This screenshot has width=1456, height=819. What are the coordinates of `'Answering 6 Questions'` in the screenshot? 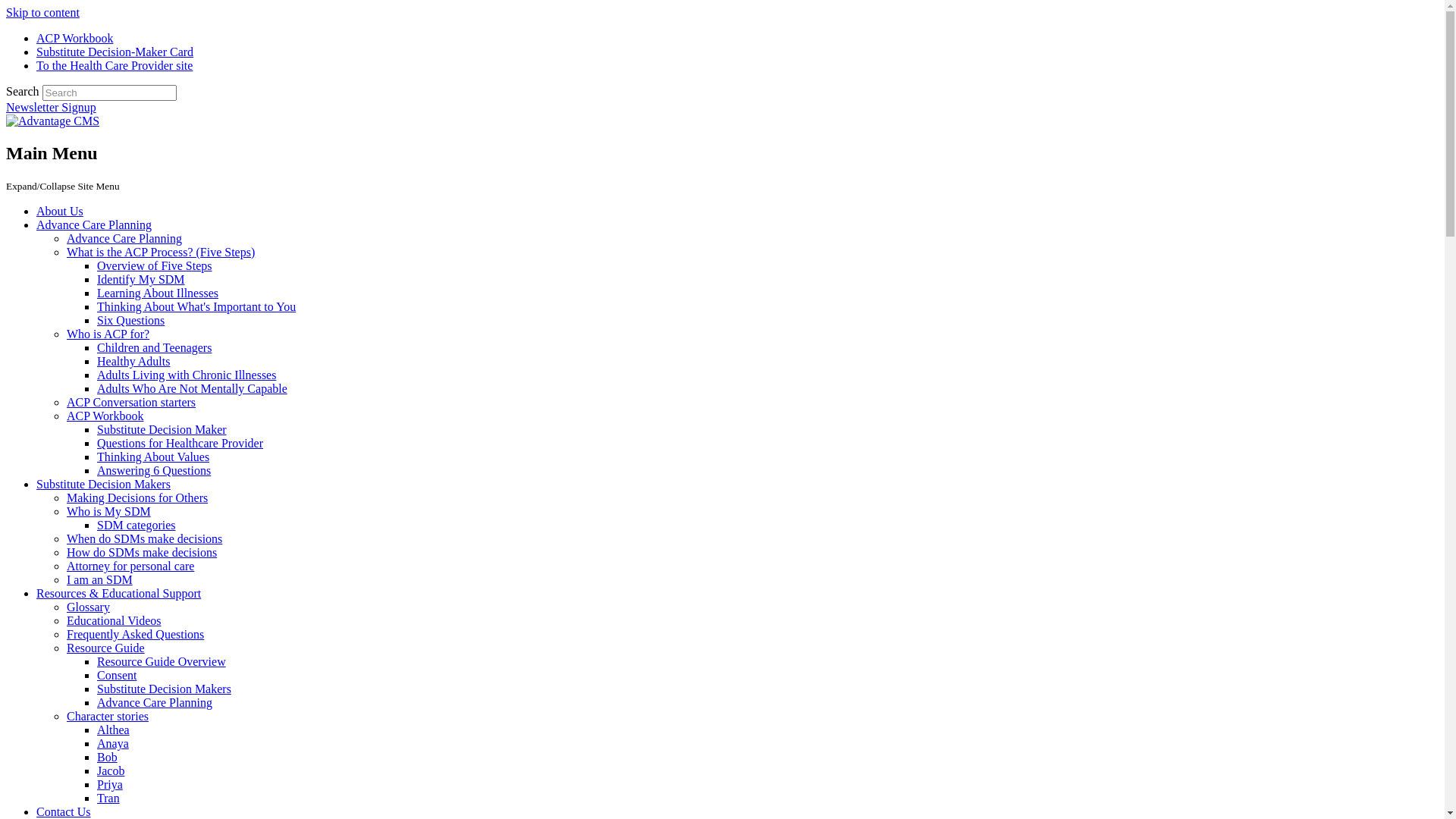 It's located at (153, 469).